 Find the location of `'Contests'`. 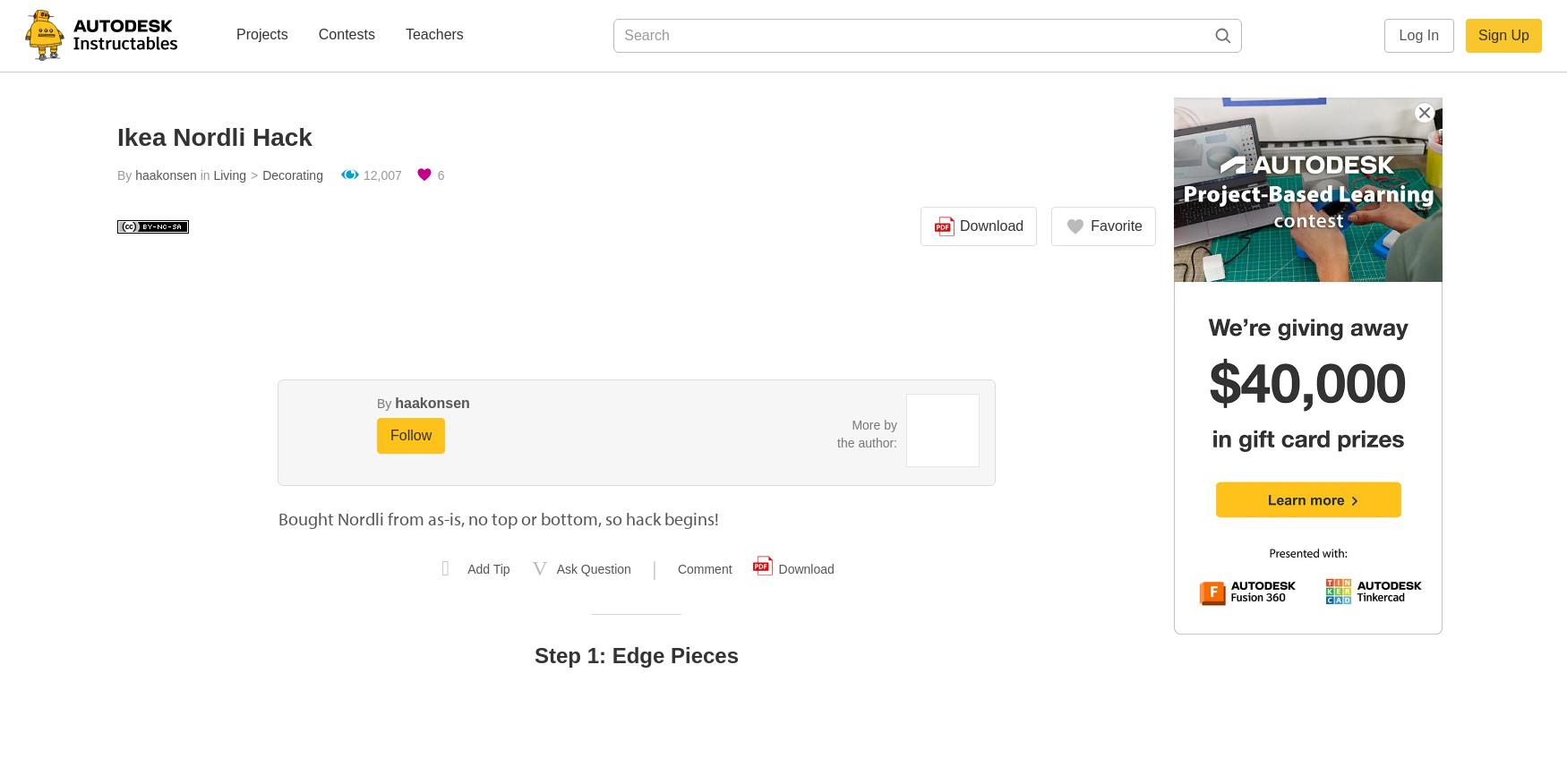

'Contests' is located at coordinates (345, 33).